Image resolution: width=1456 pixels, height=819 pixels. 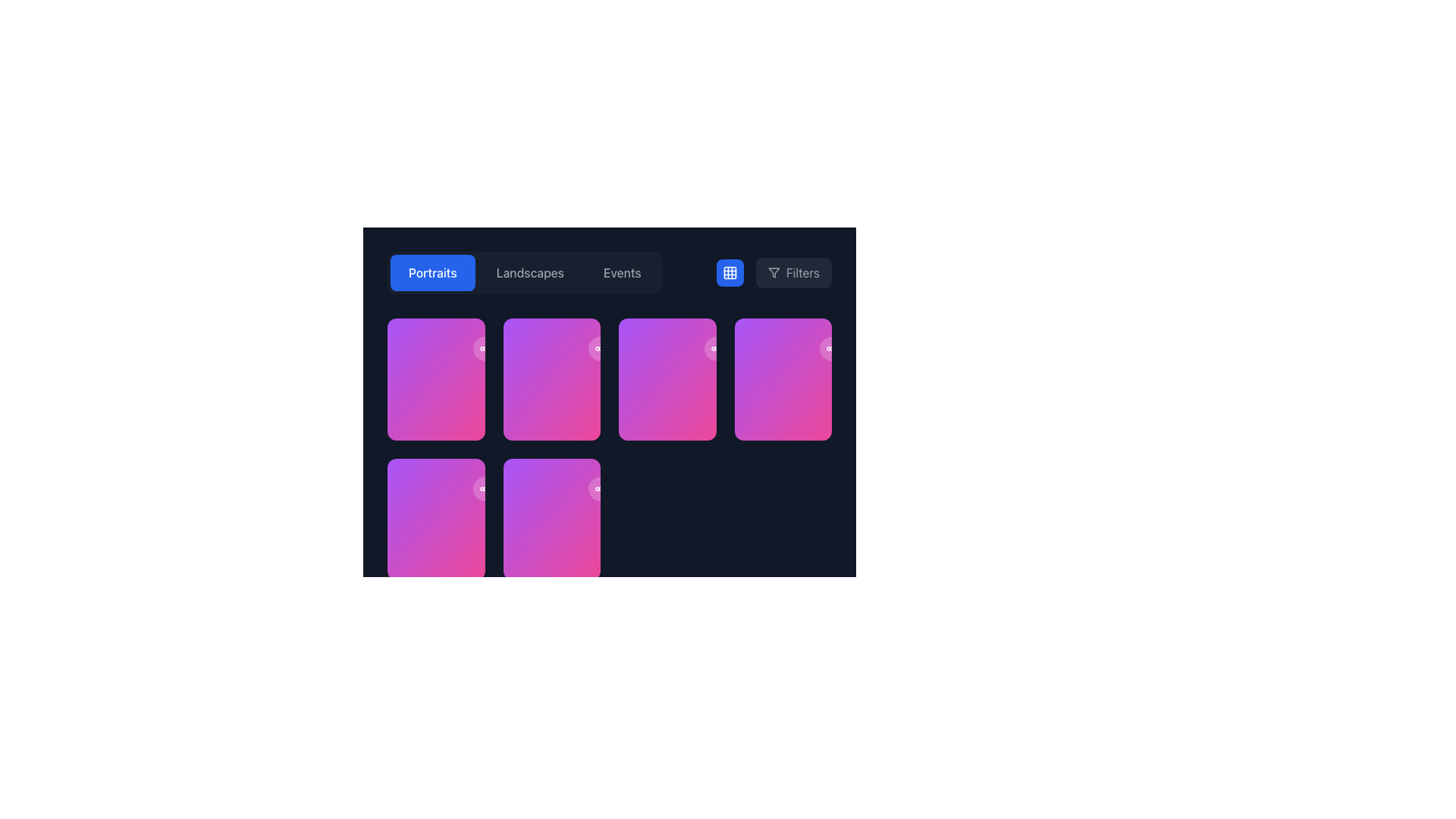 I want to click on the filtering icon located within the 'Filters' button on the top menu bar, so click(x=773, y=271).